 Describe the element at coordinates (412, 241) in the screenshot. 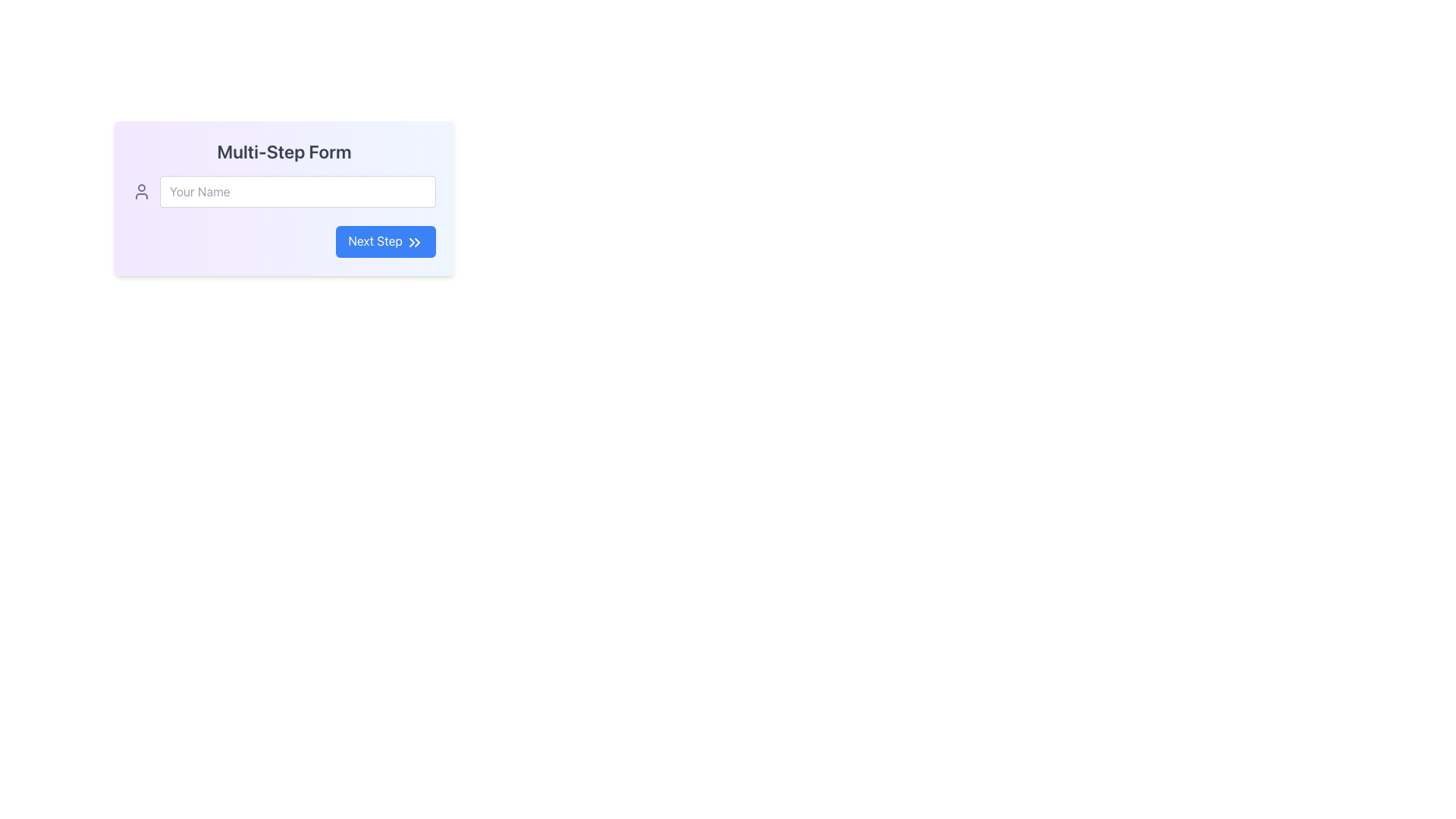

I see `the left-pointing chevron arrow icon located within the button to the right of the 'Your Name' text input box, below the 'Multi-Step Form' heading` at that location.